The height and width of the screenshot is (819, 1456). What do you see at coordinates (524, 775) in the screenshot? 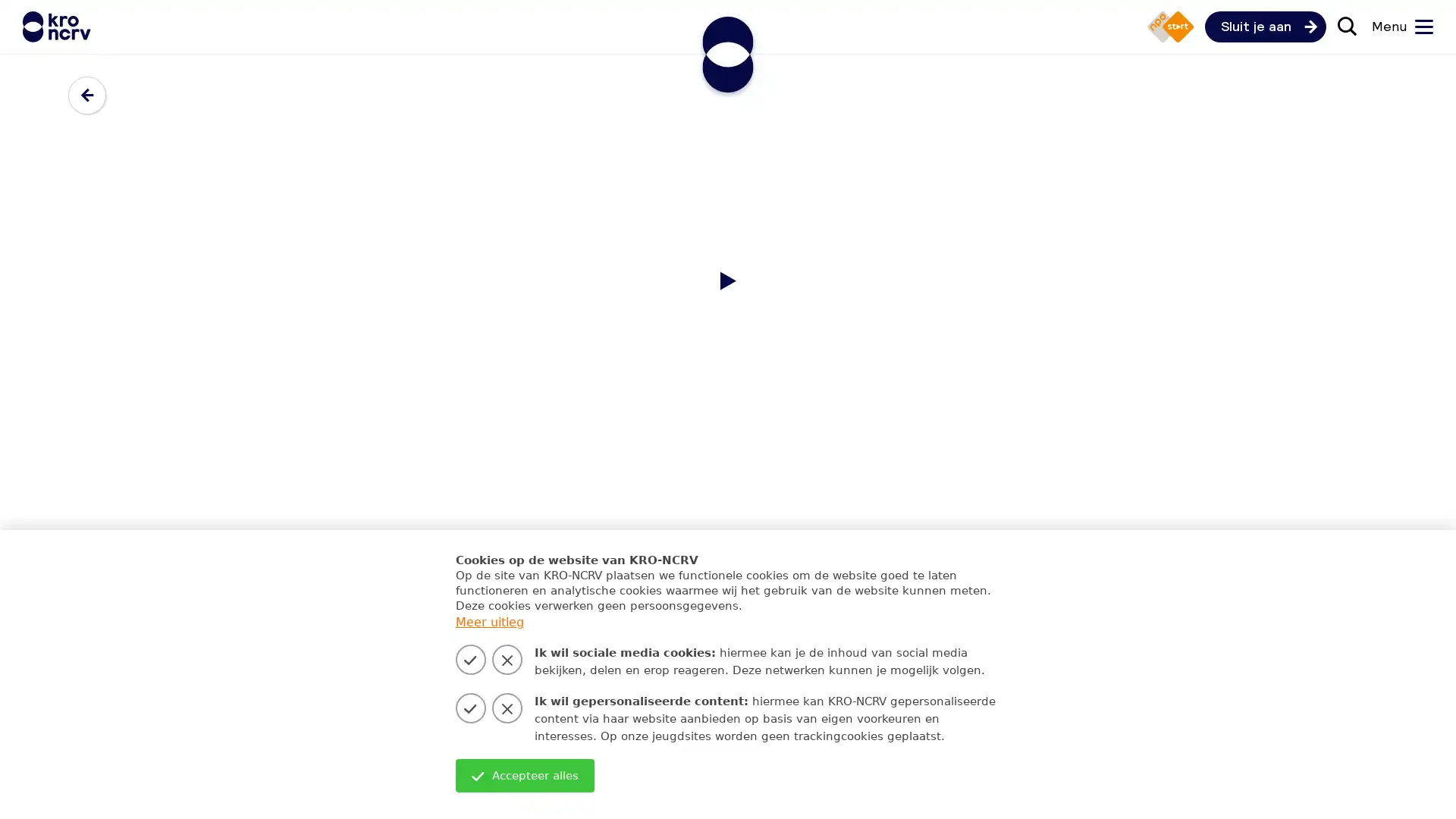
I see `Accepteer alles` at bounding box center [524, 775].